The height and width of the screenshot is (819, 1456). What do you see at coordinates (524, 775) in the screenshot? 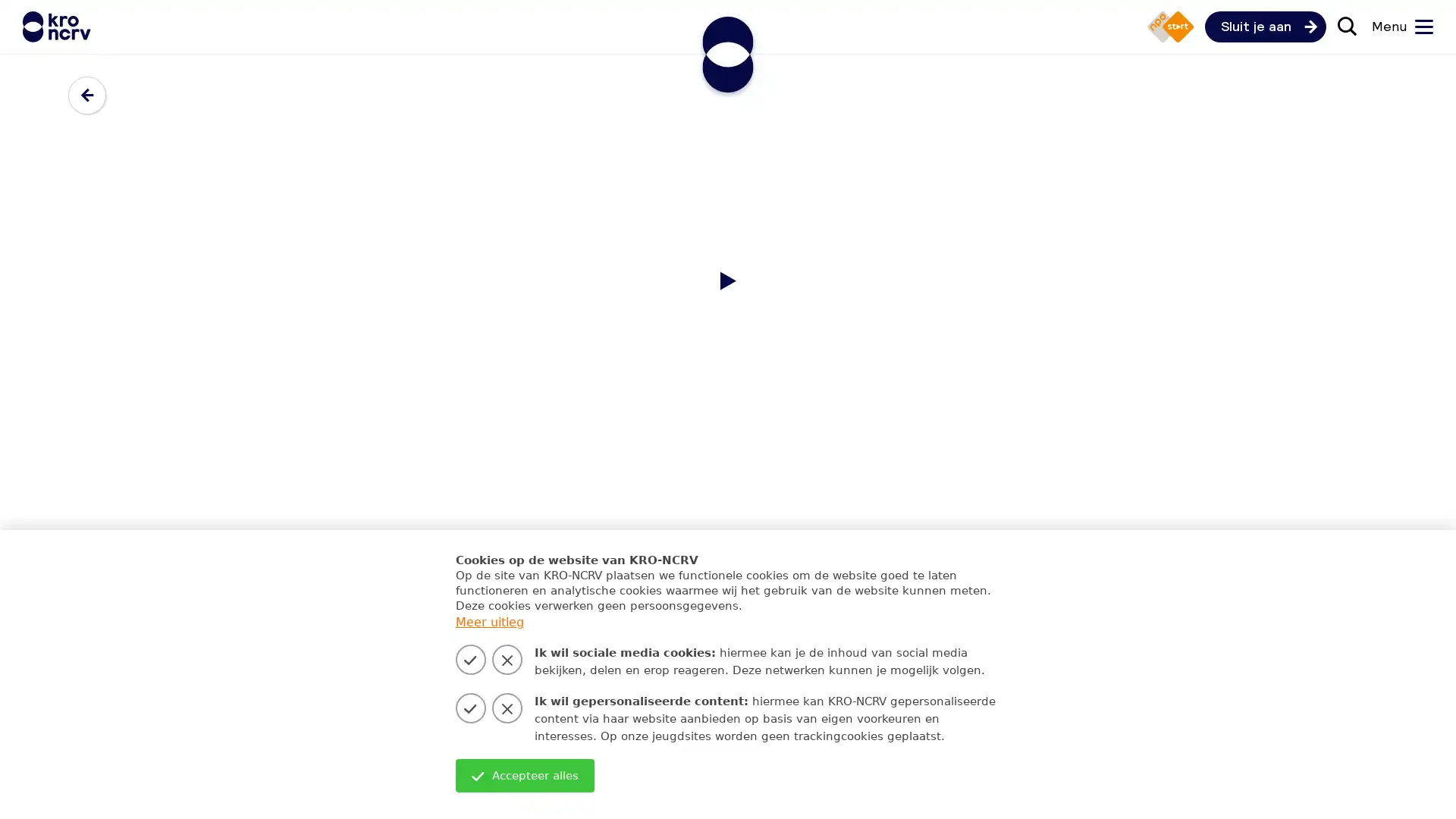
I see `Accepteer alles` at bounding box center [524, 775].